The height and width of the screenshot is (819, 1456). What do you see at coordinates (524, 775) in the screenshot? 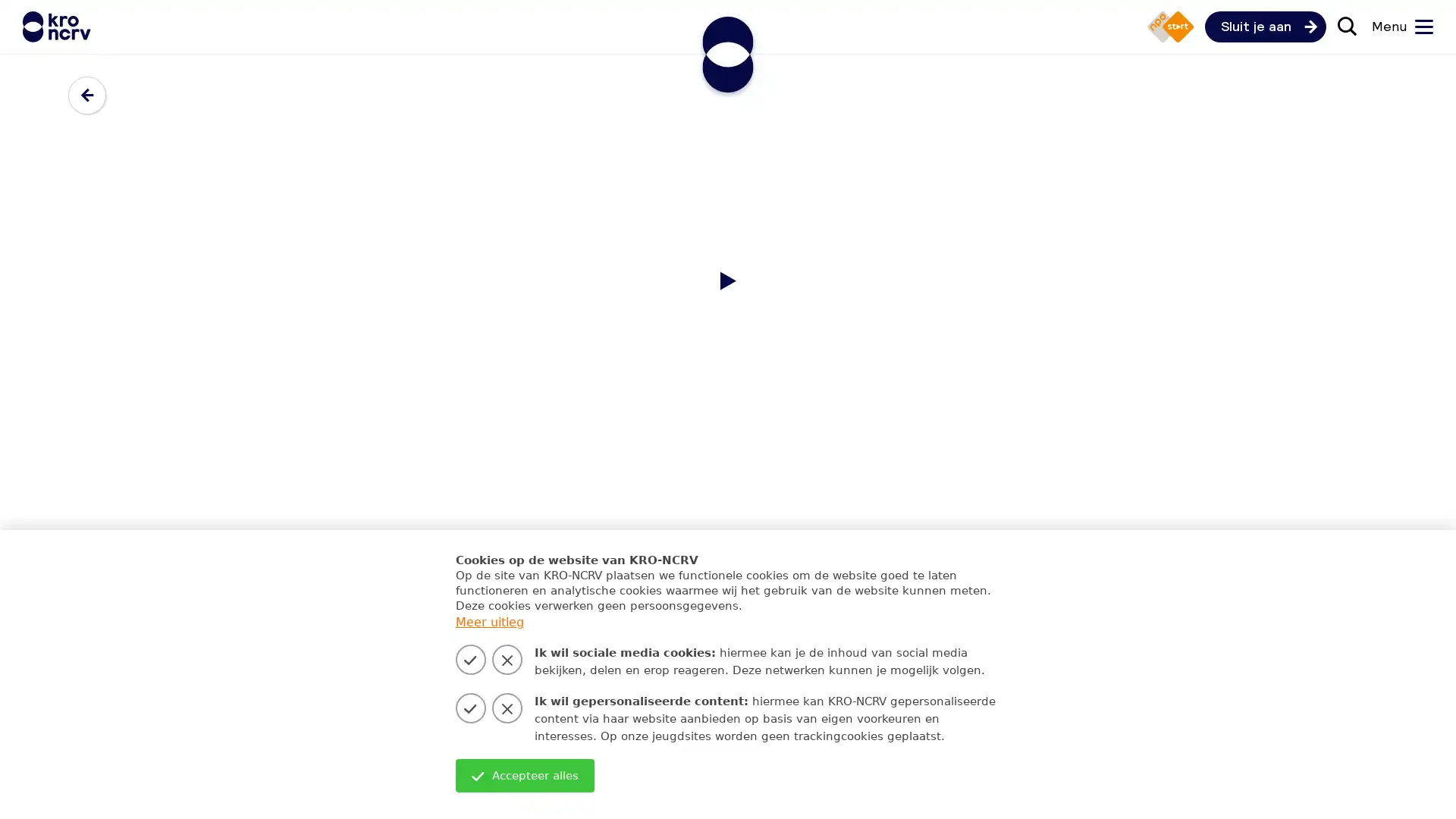
I see `Accepteer alles` at bounding box center [524, 775].